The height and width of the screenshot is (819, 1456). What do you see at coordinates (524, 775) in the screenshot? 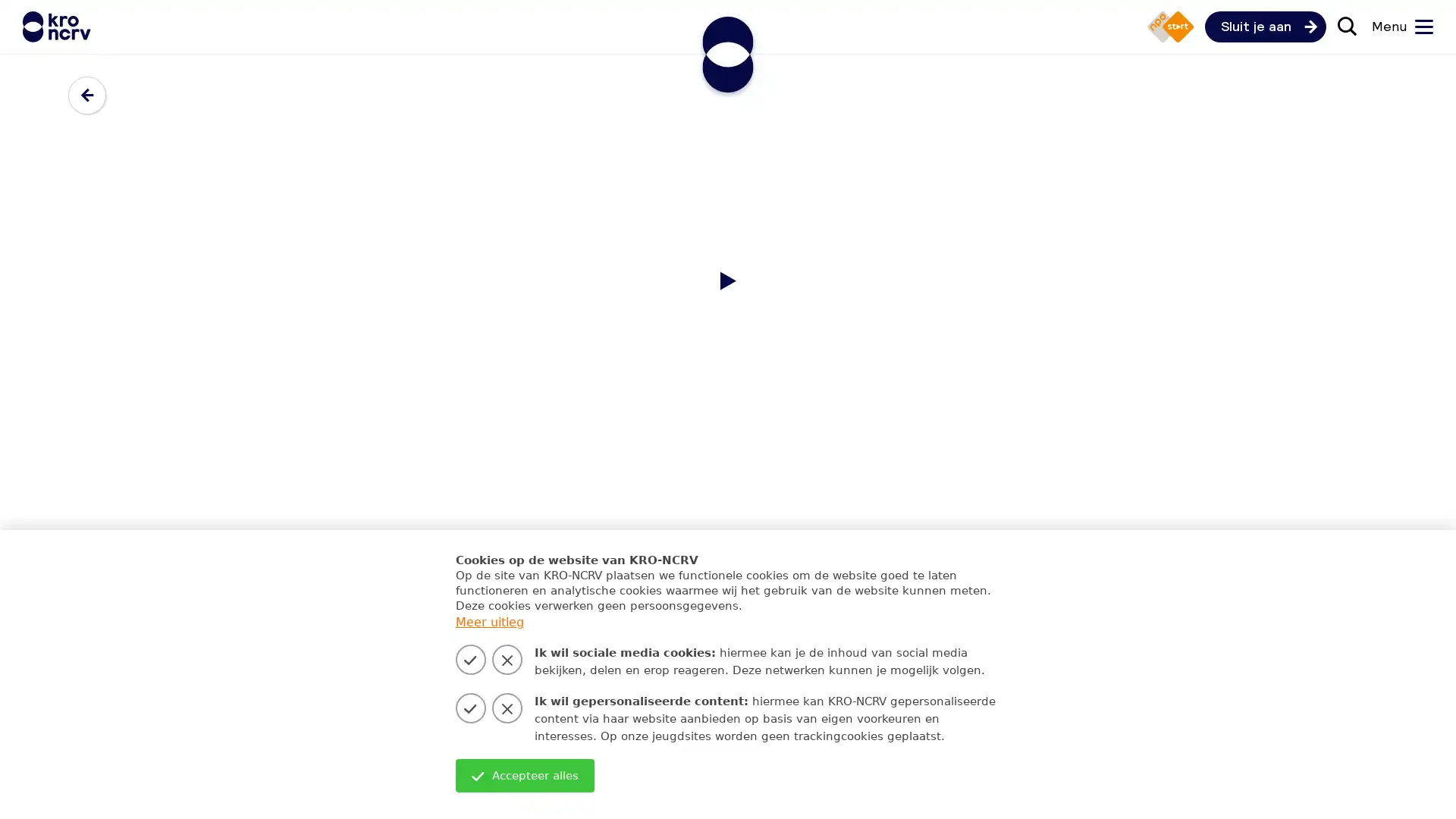
I see `Accepteer alles` at bounding box center [524, 775].